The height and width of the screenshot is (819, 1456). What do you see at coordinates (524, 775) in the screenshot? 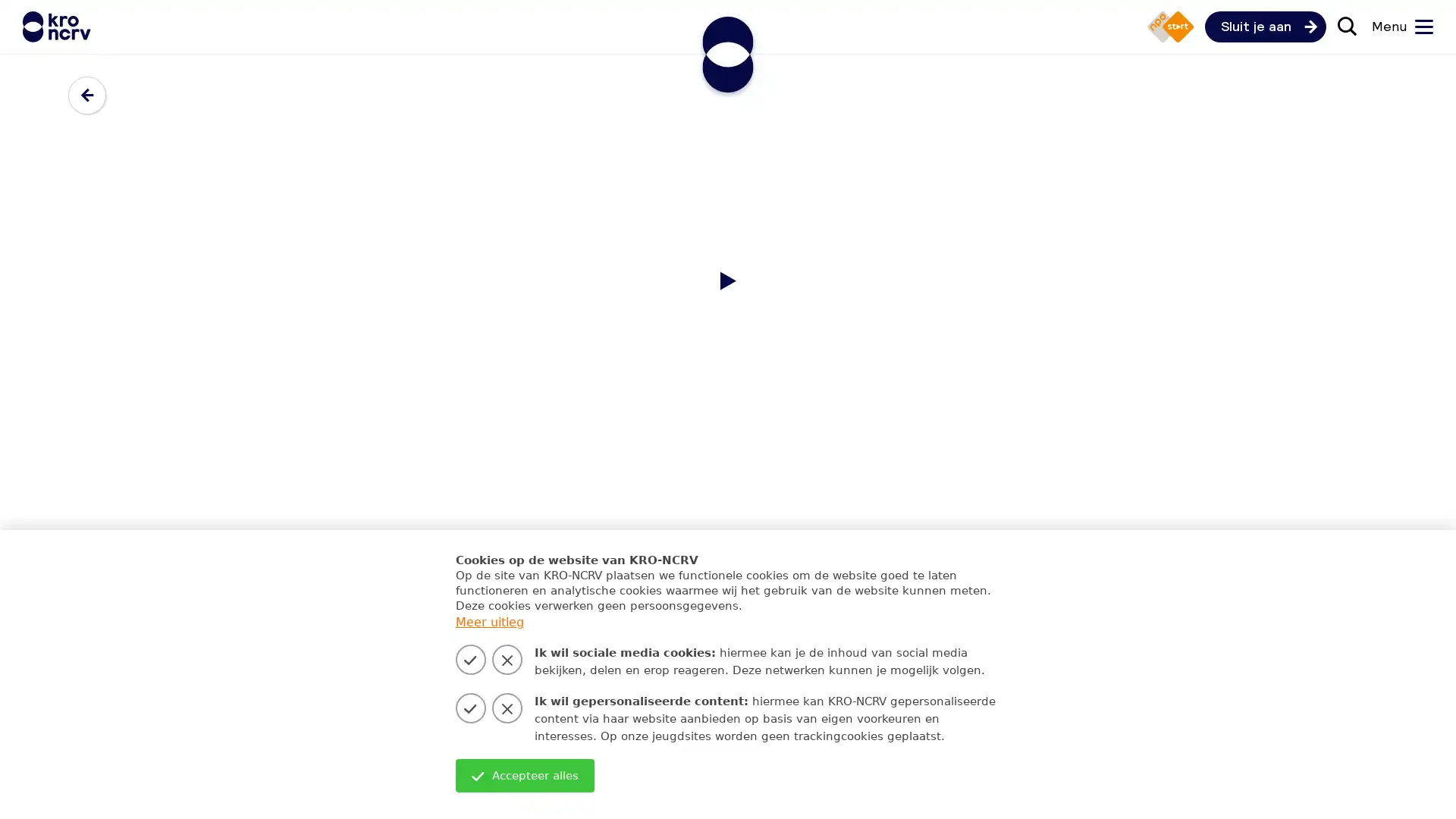
I see `Accepteer alles` at bounding box center [524, 775].